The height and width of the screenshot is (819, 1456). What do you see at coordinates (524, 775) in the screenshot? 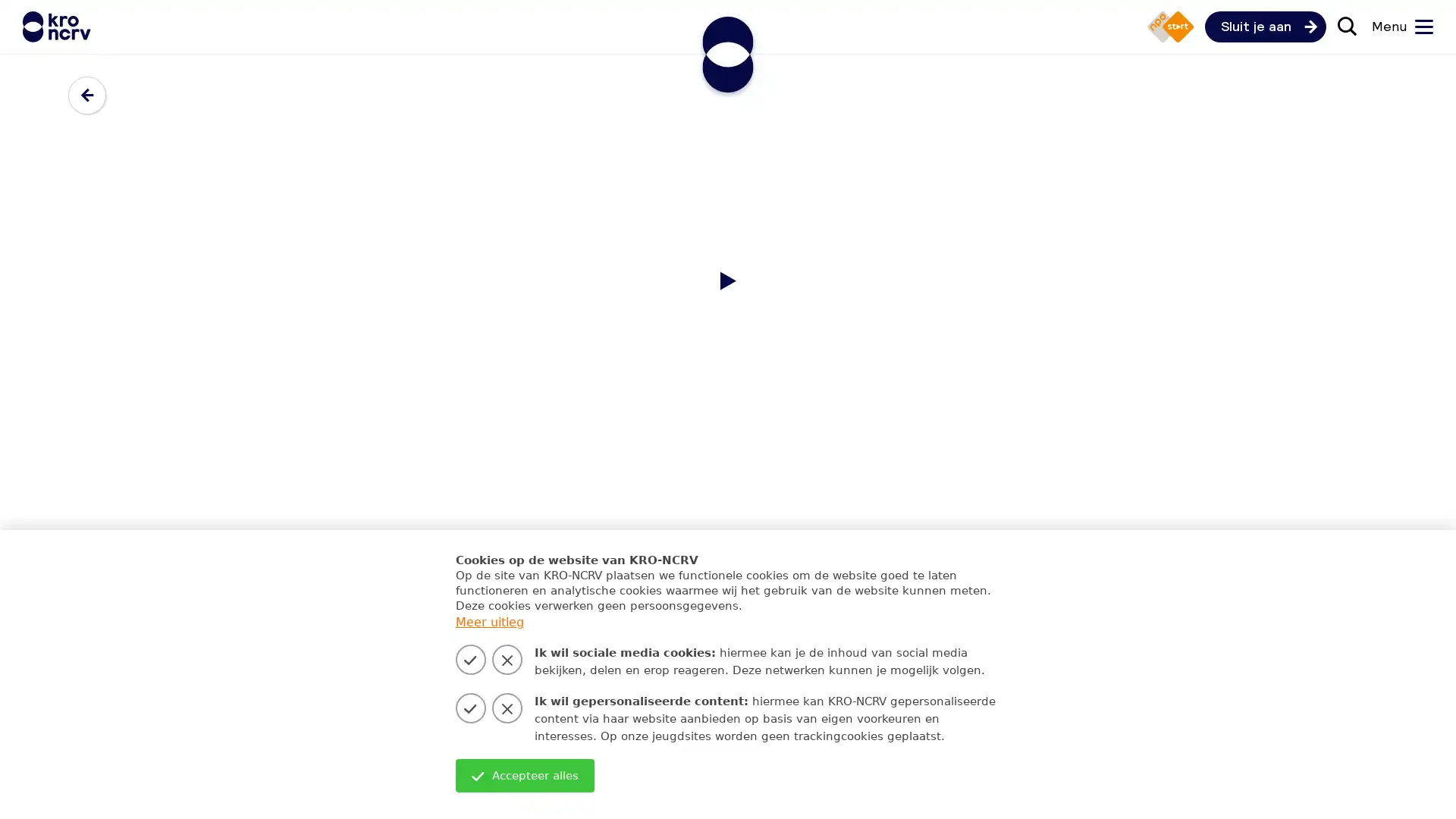
I see `Accepteer alles` at bounding box center [524, 775].